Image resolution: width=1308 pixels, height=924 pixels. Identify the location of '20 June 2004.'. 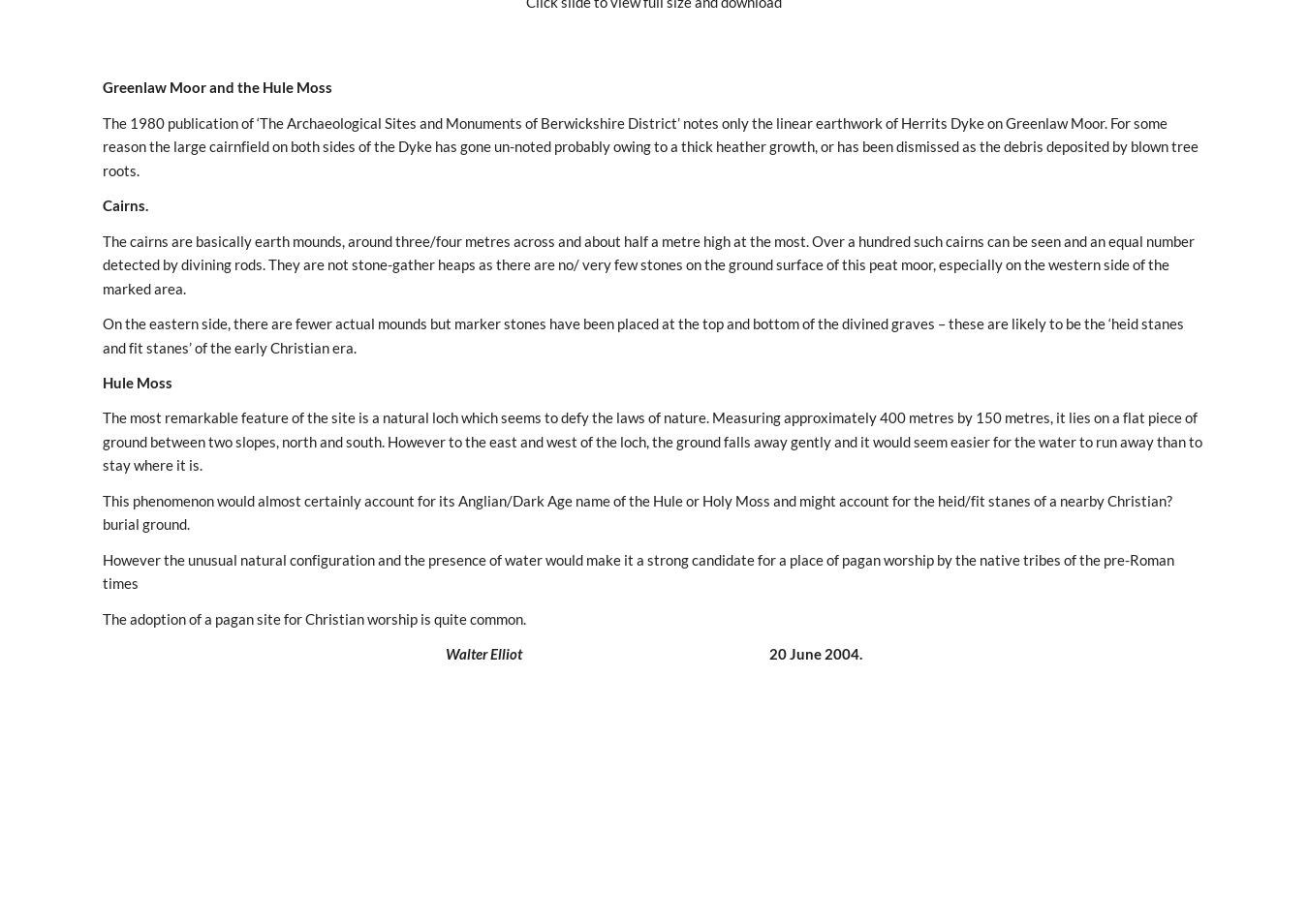
(526, 653).